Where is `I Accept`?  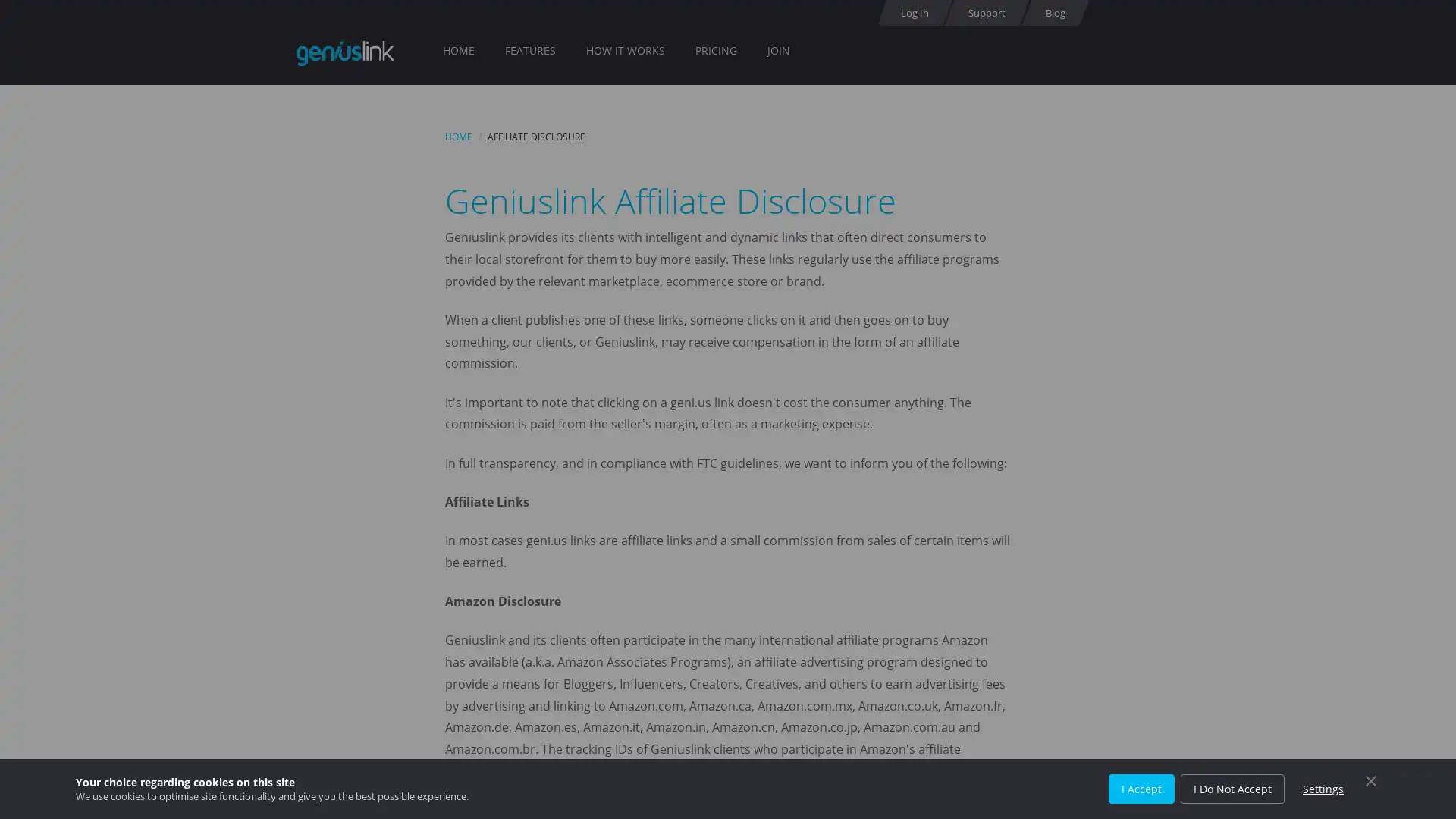 I Accept is located at coordinates (1141, 788).